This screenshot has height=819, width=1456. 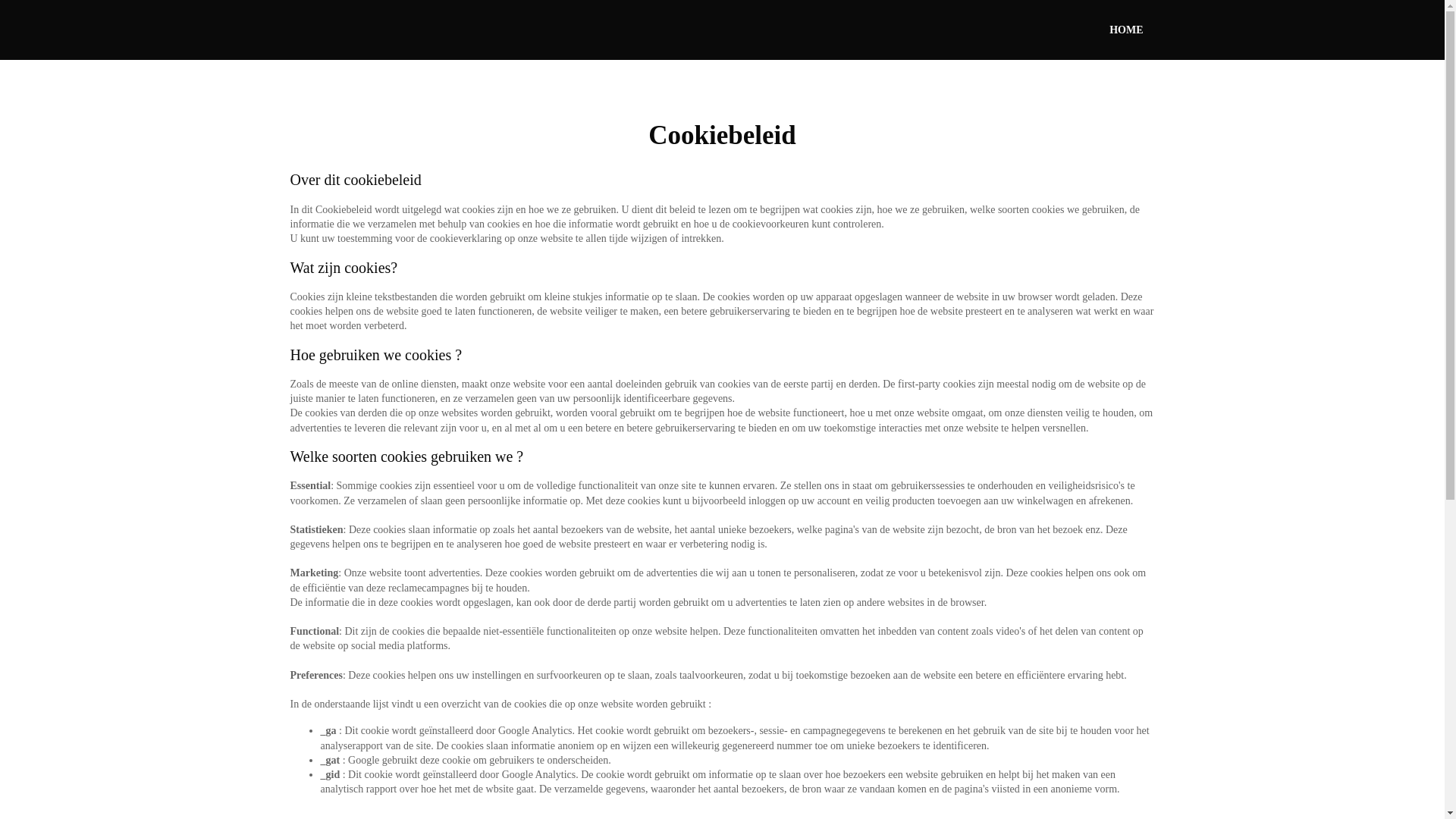 What do you see at coordinates (1125, 30) in the screenshot?
I see `'HOME'` at bounding box center [1125, 30].